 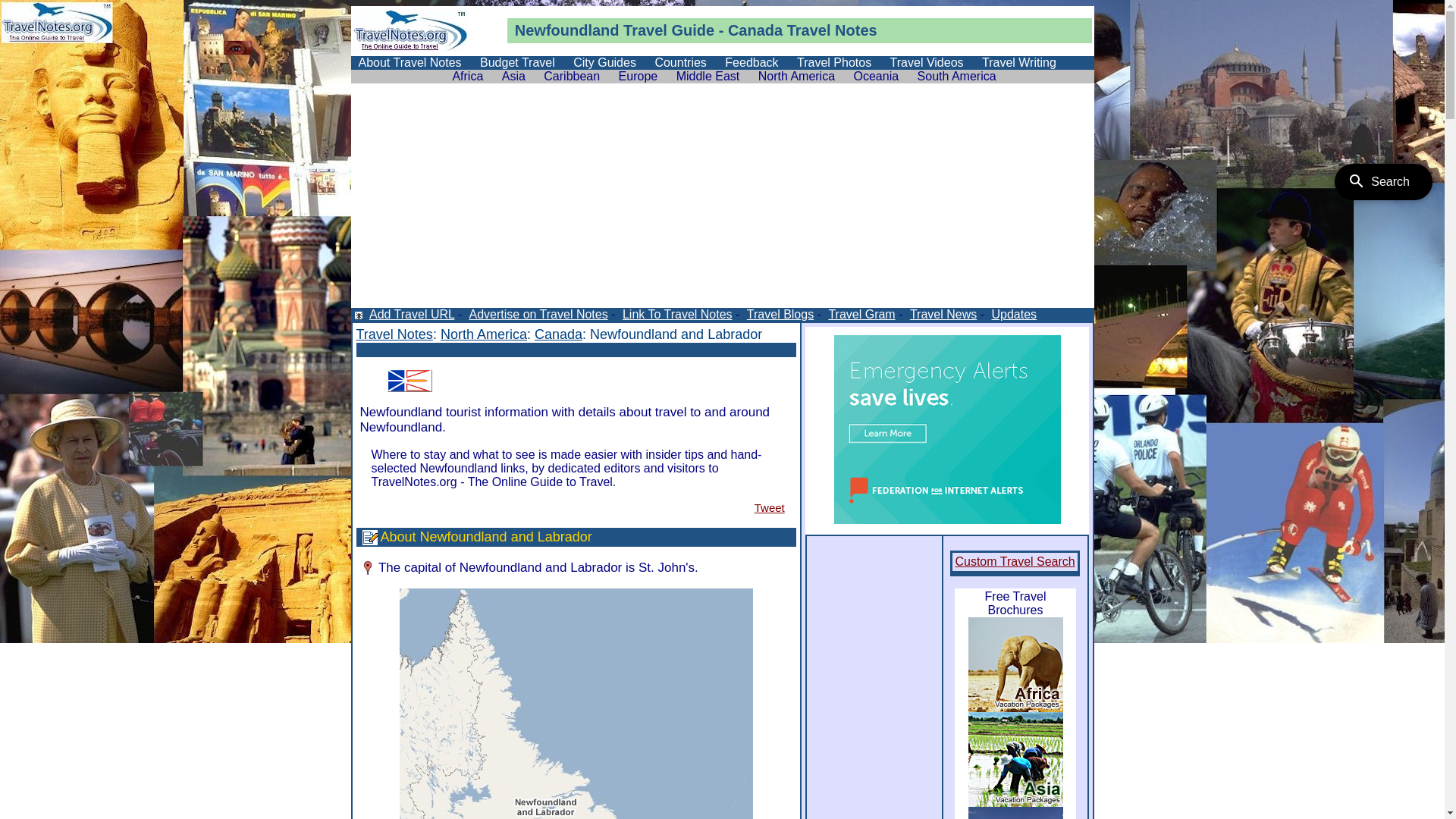 What do you see at coordinates (535, 333) in the screenshot?
I see `'Canada'` at bounding box center [535, 333].